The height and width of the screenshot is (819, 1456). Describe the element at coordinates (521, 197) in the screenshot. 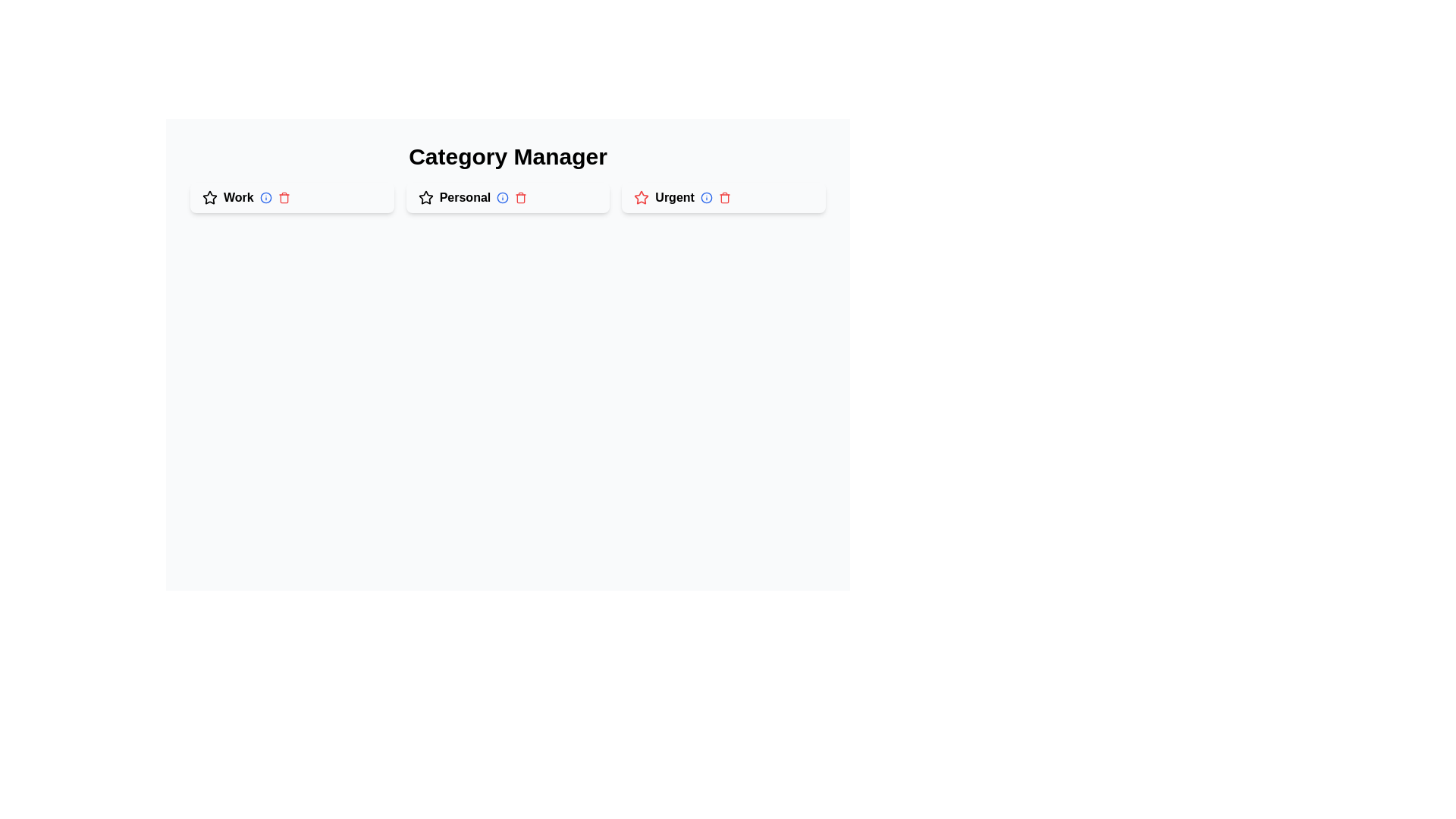

I see `delete button for the category labeled Personal` at that location.